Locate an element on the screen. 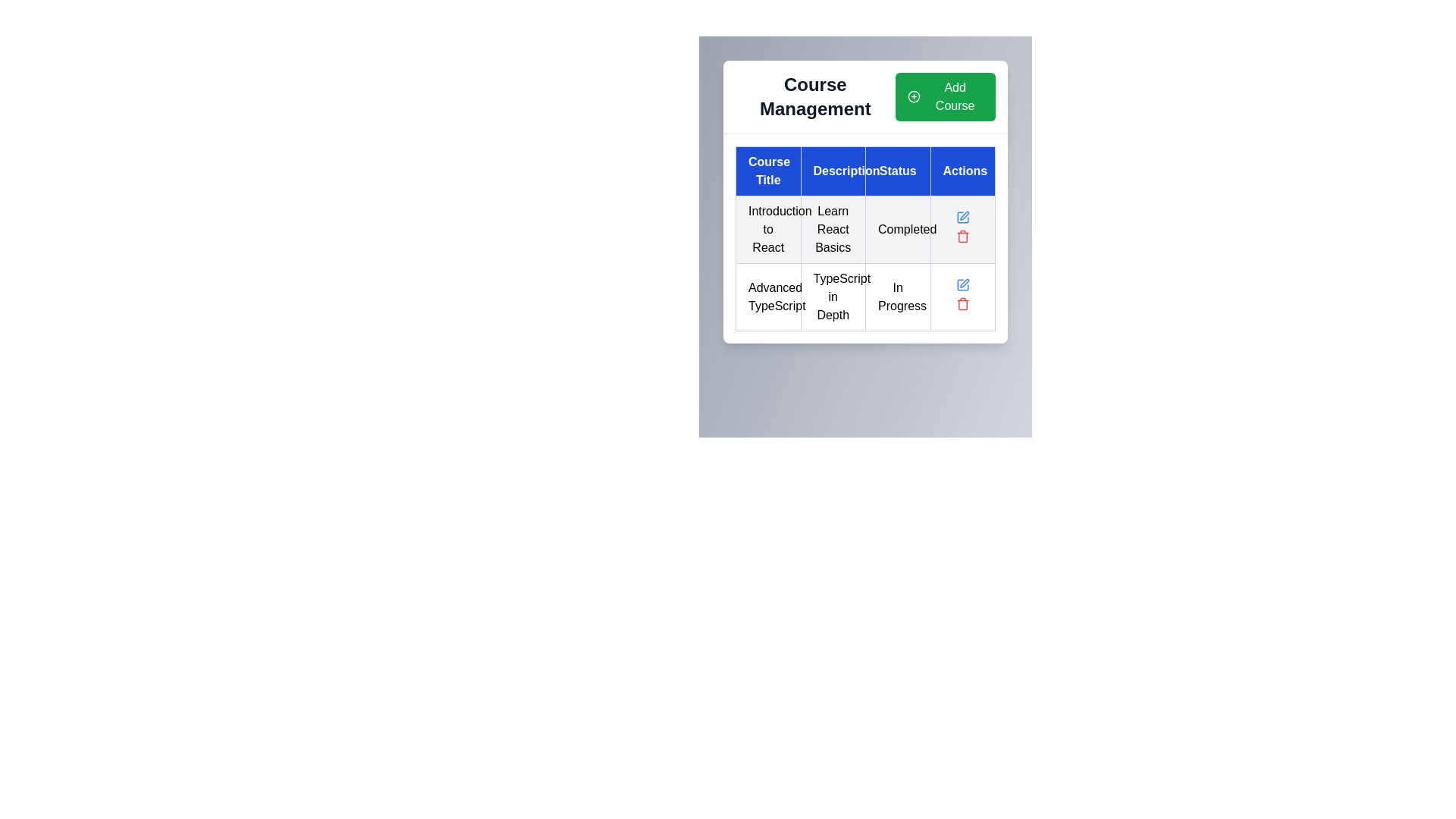  the second row in the 'Course Management' table that contains the course titled 'Advanced TypeScript' is located at coordinates (865, 297).